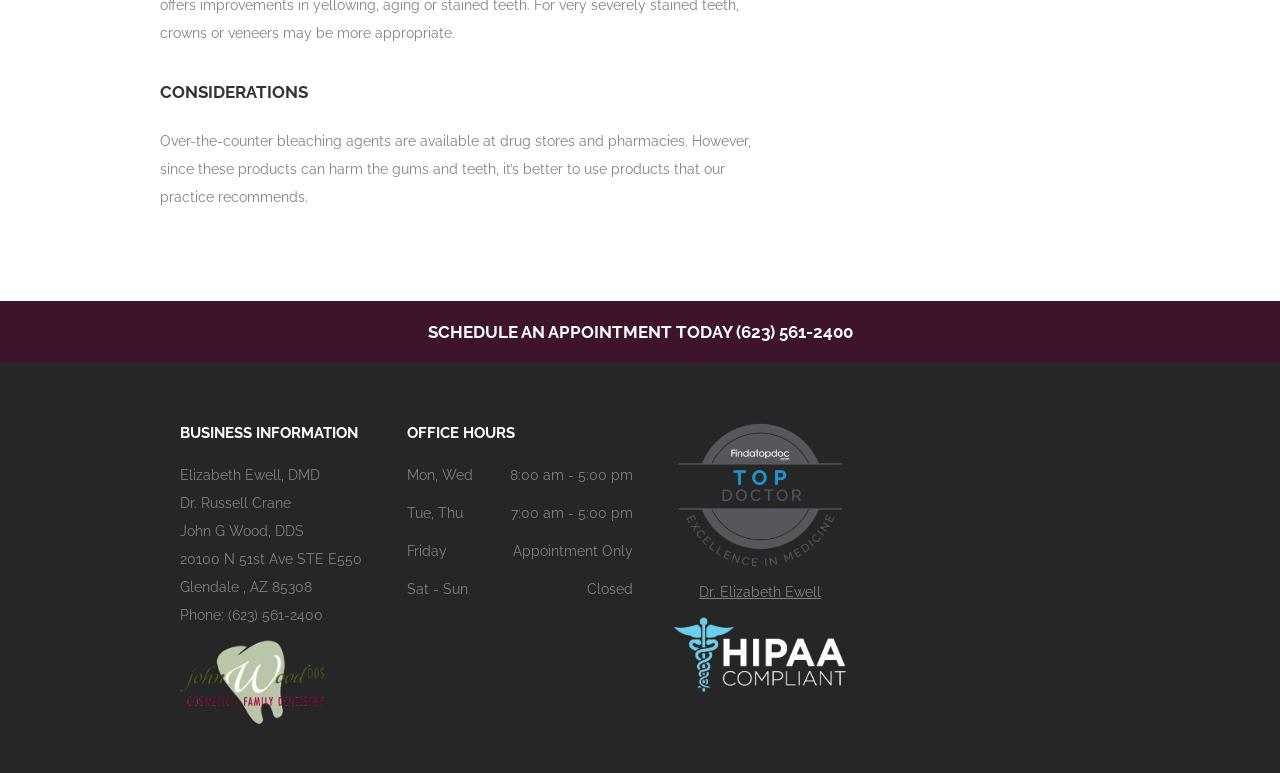  Describe the element at coordinates (406, 588) in the screenshot. I see `'Sat - Sun'` at that location.